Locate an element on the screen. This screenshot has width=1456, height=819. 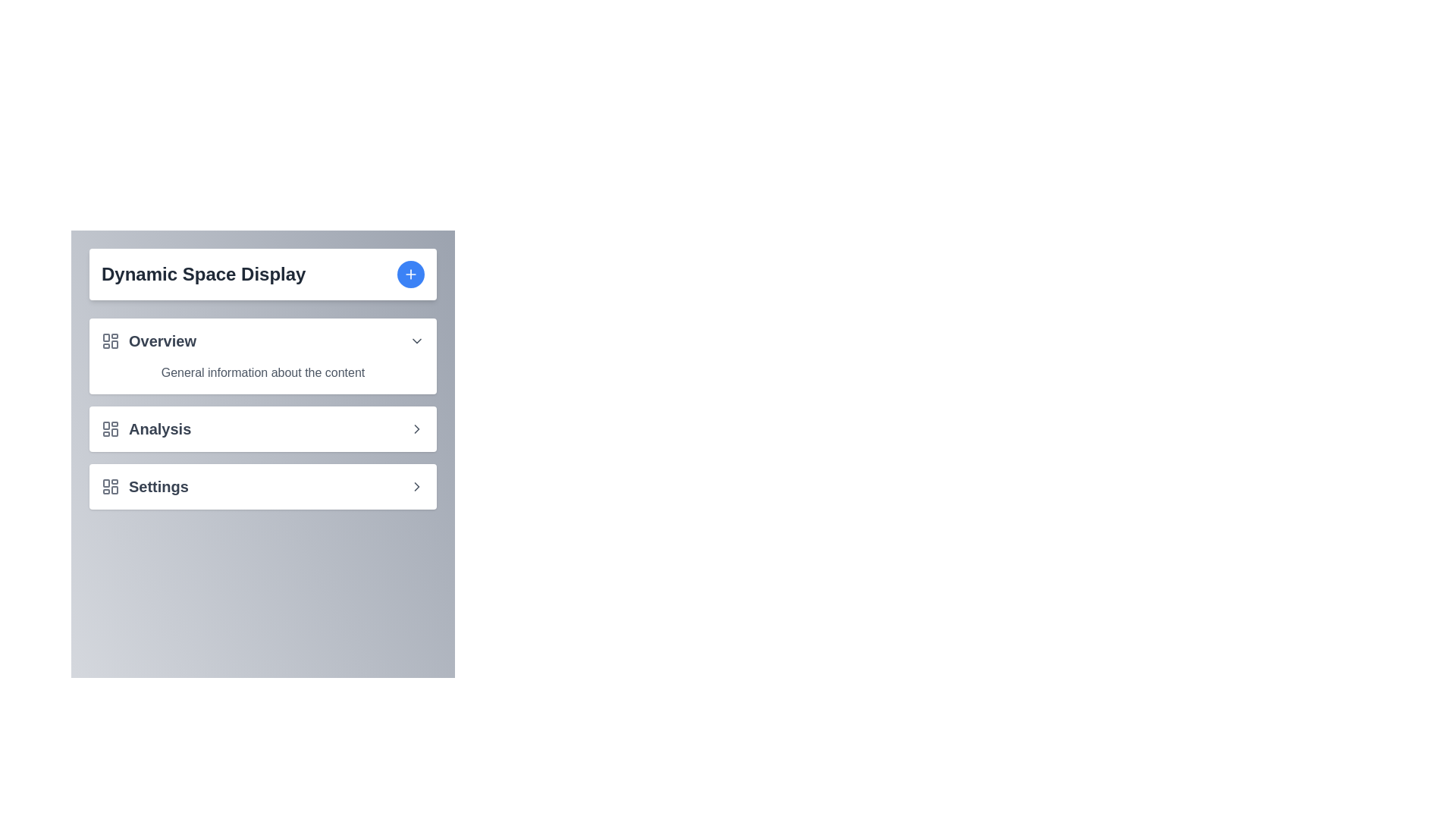
the Navigation link with an icon and text label leading to the overview section is located at coordinates (149, 341).